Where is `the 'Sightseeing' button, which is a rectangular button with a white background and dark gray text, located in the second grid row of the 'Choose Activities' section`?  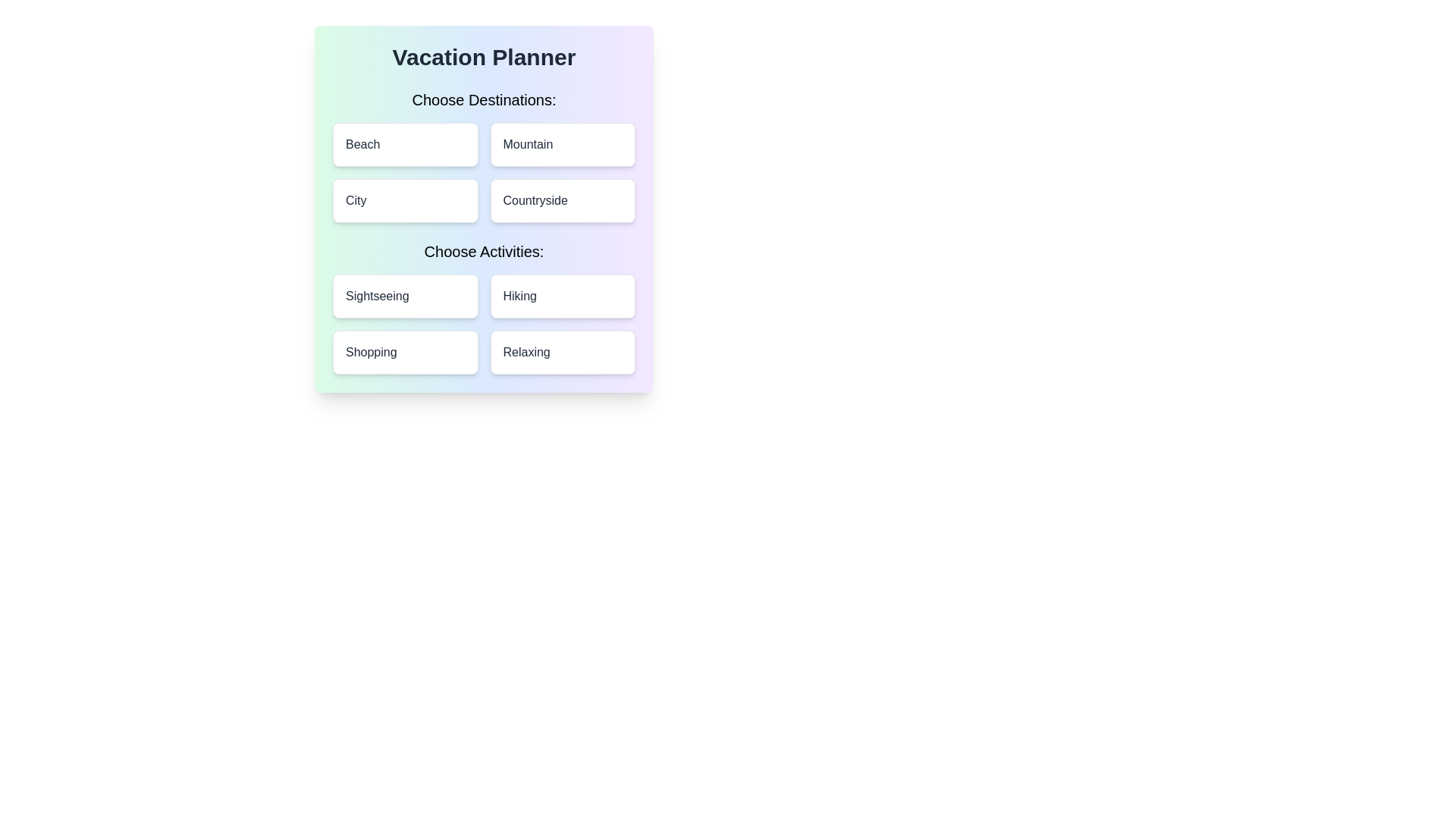
the 'Sightseeing' button, which is a rectangular button with a white background and dark gray text, located in the second grid row of the 'Choose Activities' section is located at coordinates (405, 296).